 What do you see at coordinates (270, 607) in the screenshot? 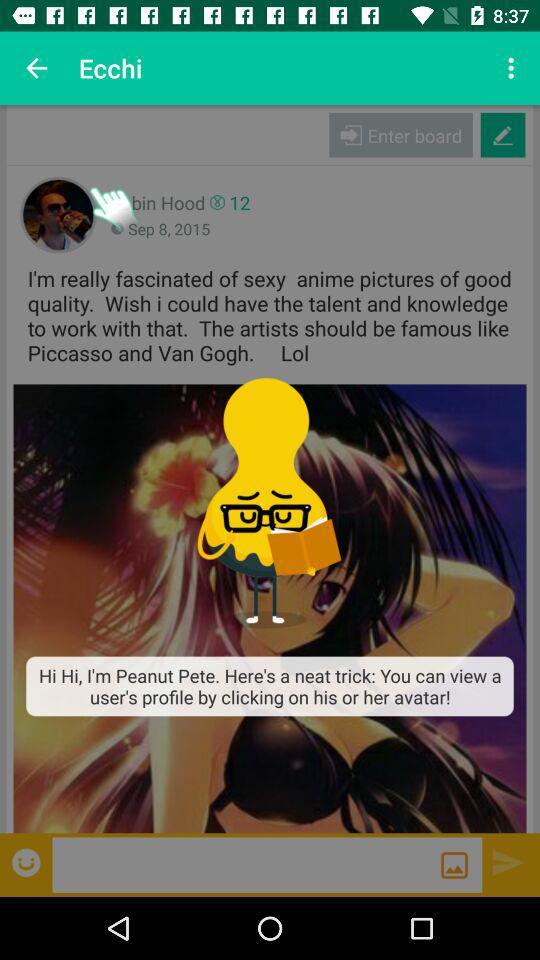
I see `profile` at bounding box center [270, 607].